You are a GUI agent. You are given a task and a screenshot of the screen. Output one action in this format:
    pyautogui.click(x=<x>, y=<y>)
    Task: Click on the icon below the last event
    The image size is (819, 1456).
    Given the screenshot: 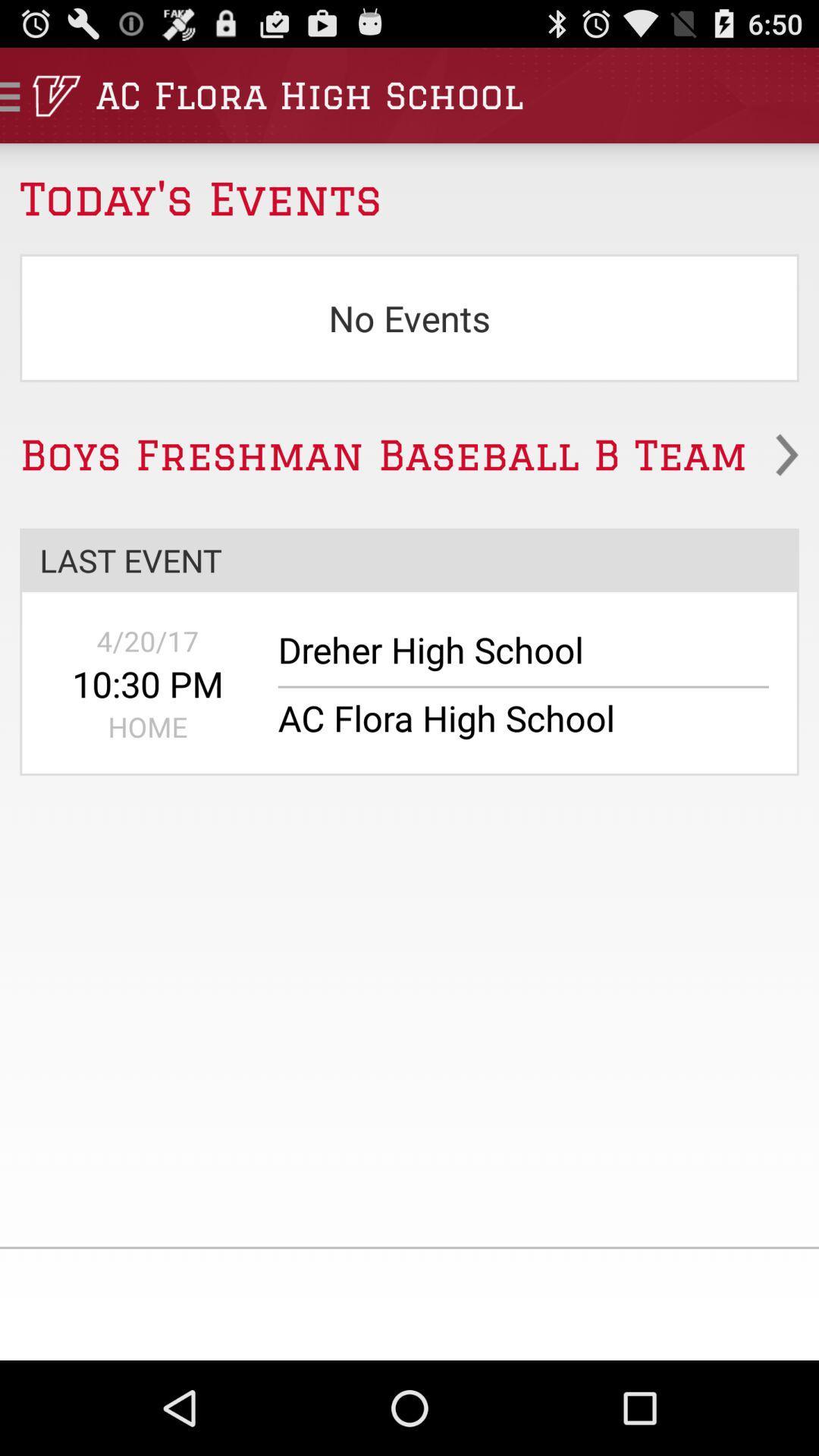 What is the action you would take?
    pyautogui.click(x=148, y=641)
    